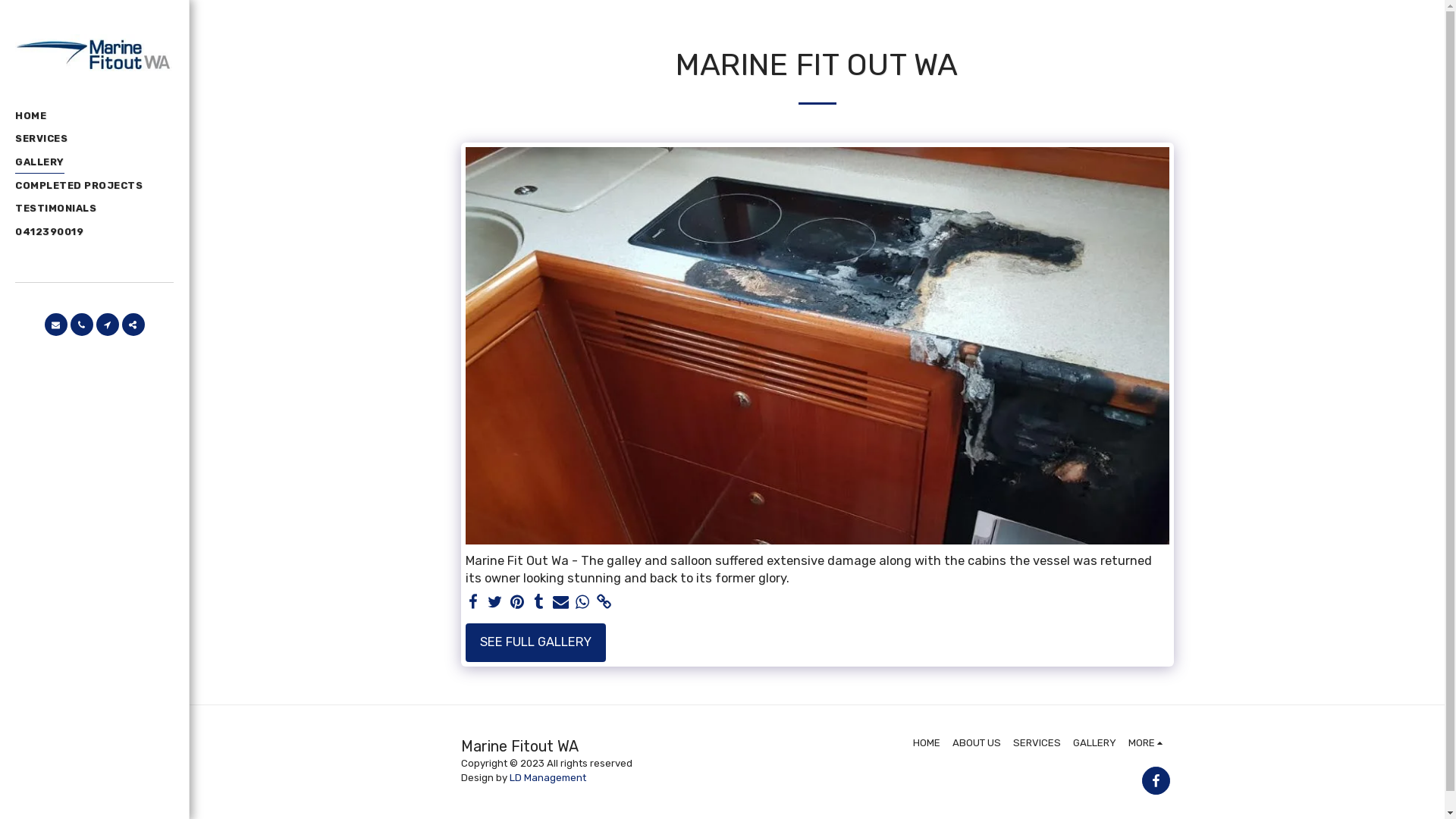 This screenshot has width=1456, height=819. What do you see at coordinates (41, 140) in the screenshot?
I see `'SERVICES'` at bounding box center [41, 140].